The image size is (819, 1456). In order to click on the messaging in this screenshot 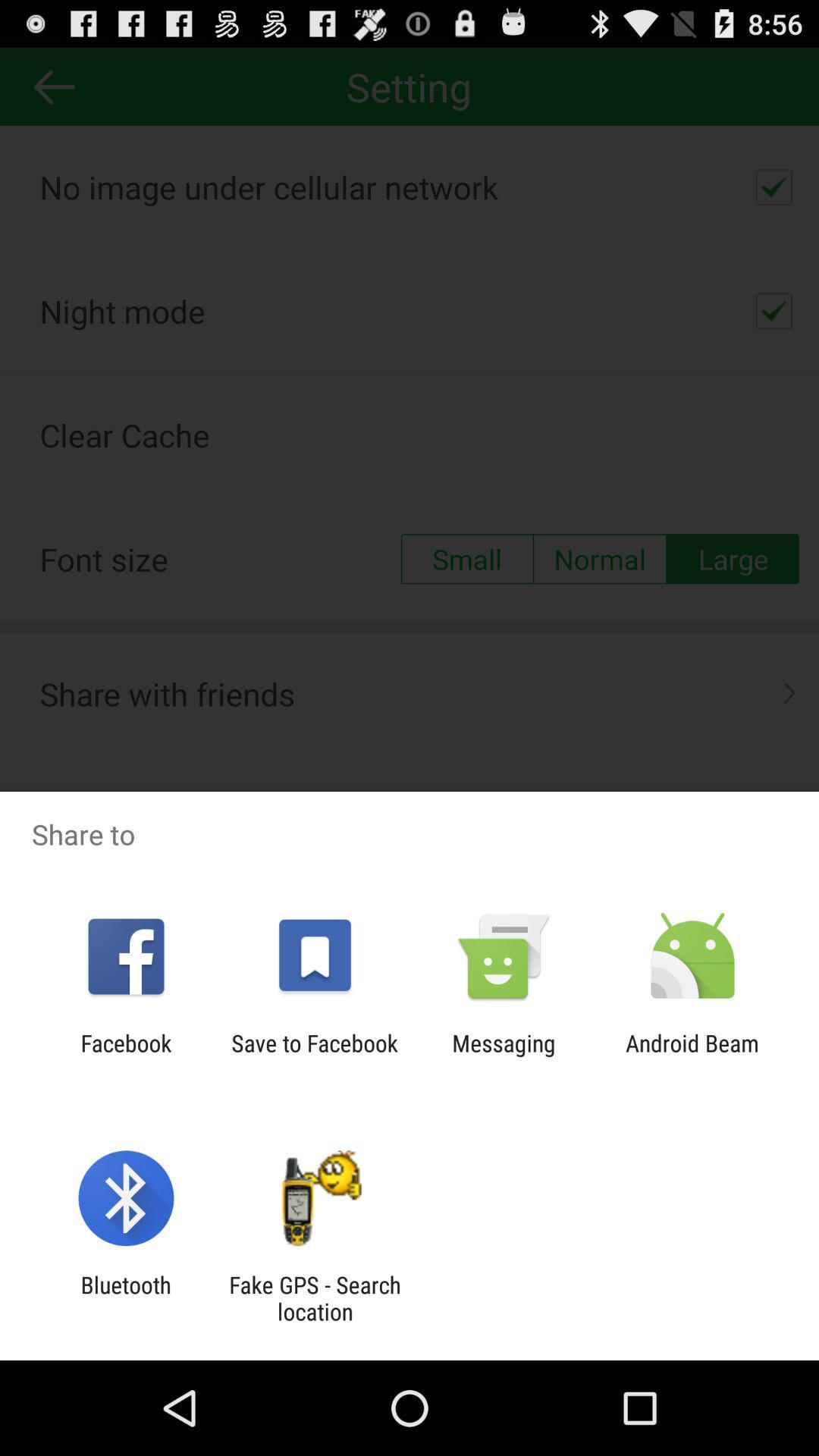, I will do `click(504, 1056)`.